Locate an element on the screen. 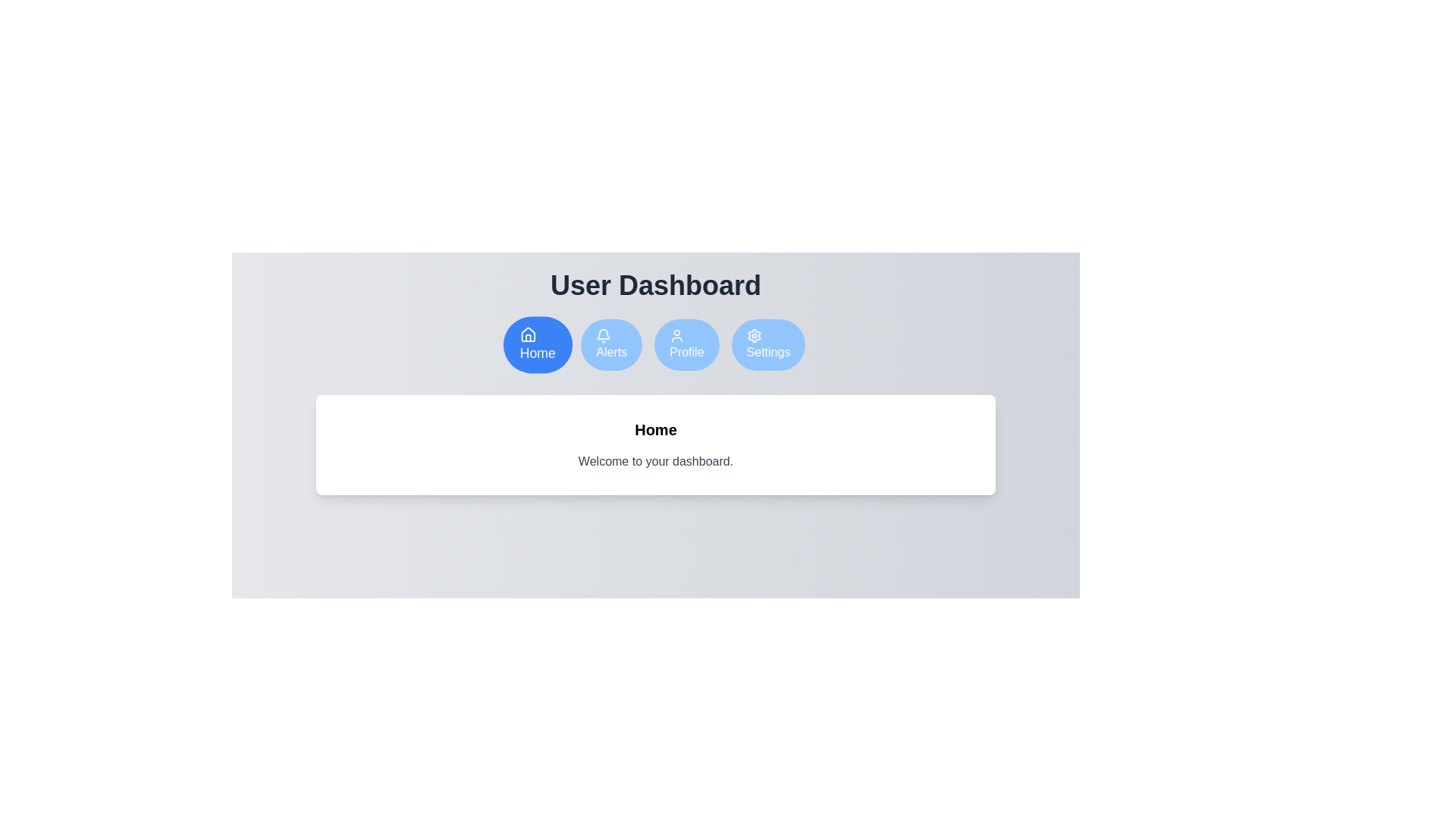  the Alerts tab by clicking on the respective button is located at coordinates (611, 345).